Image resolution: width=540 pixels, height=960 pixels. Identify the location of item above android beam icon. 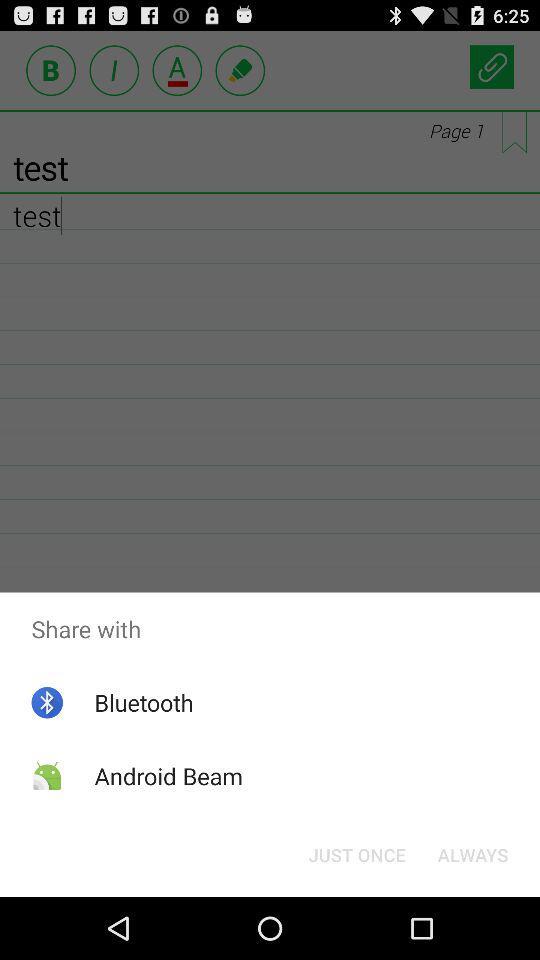
(143, 702).